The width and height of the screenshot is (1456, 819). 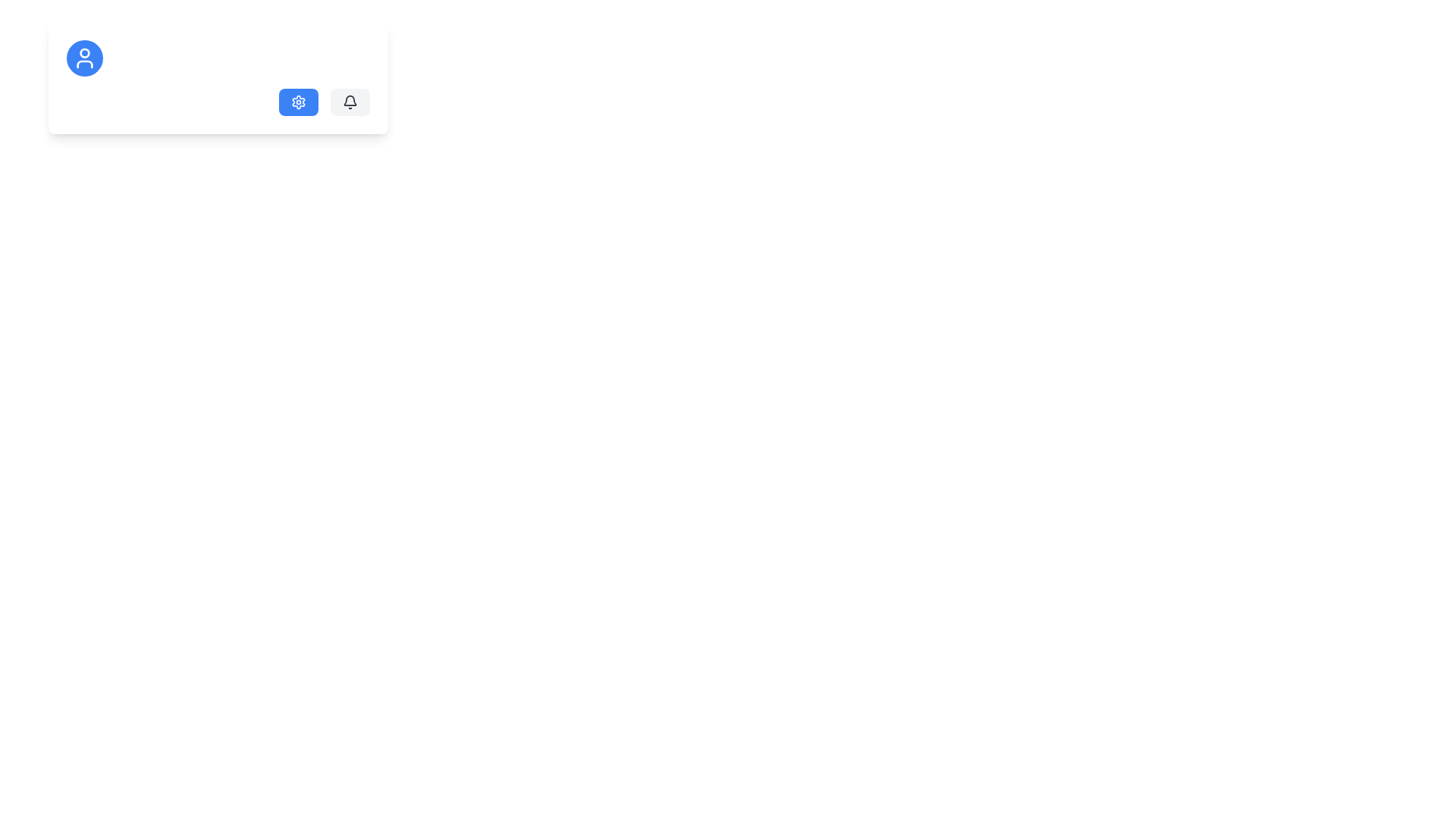 What do you see at coordinates (83, 58) in the screenshot?
I see `the user-profile icon located at the top-left corner of the interface` at bounding box center [83, 58].